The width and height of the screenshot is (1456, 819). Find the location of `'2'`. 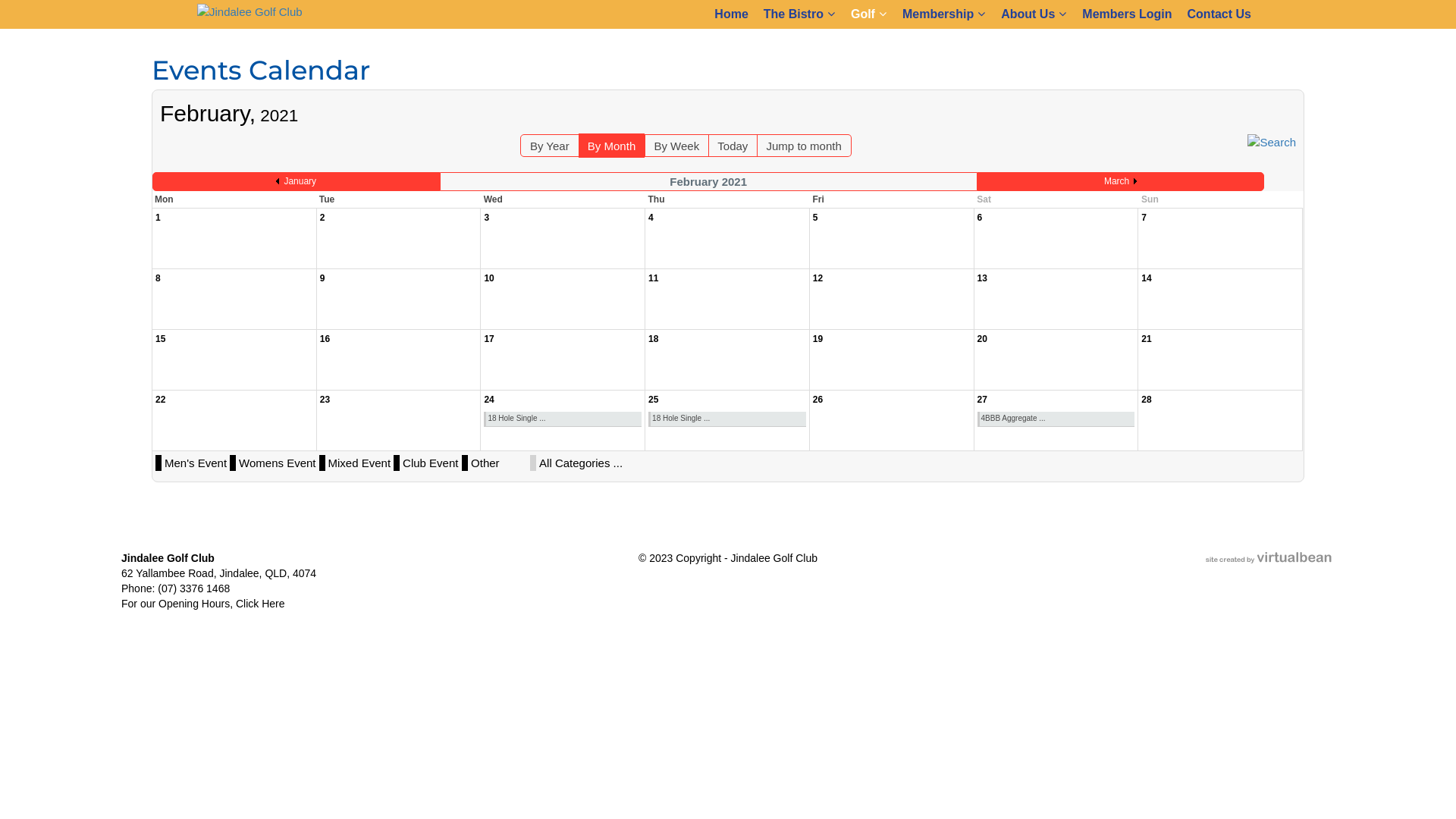

'2' is located at coordinates (322, 217).